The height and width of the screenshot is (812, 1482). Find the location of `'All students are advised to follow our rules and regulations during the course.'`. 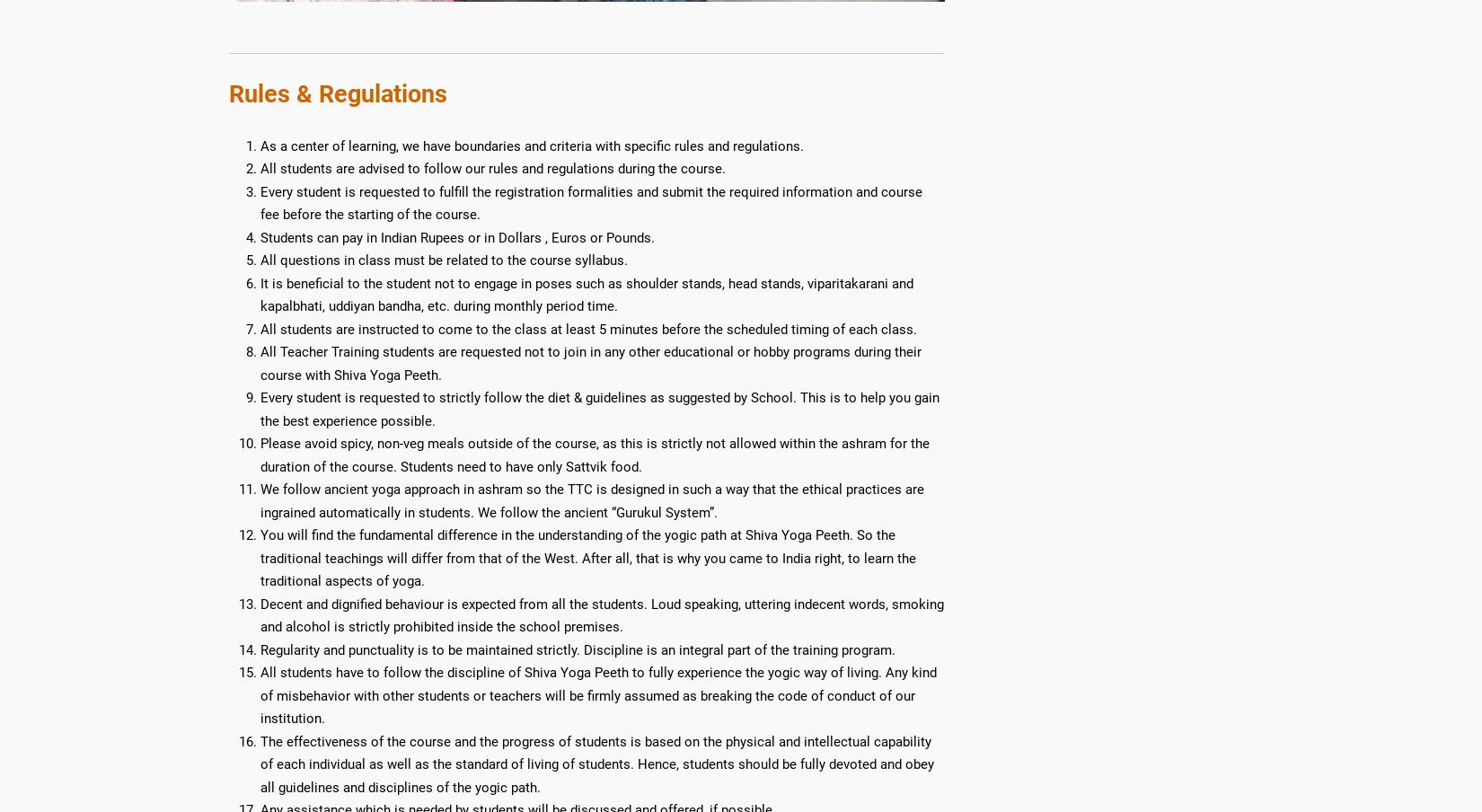

'All students are advised to follow our rules and regulations during the course.' is located at coordinates (491, 169).